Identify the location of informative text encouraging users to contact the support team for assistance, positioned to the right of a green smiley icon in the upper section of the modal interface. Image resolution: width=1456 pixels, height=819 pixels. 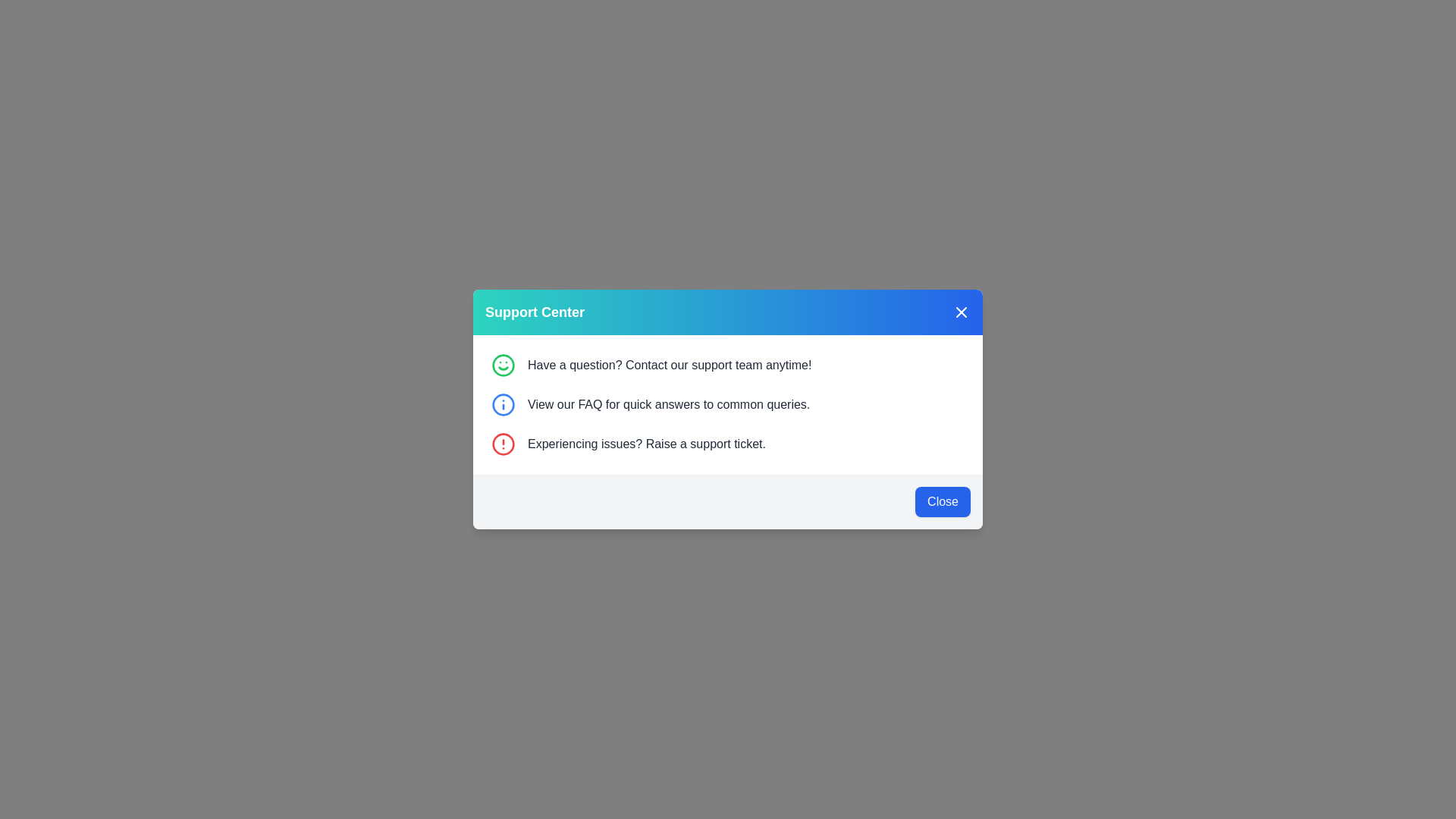
(669, 366).